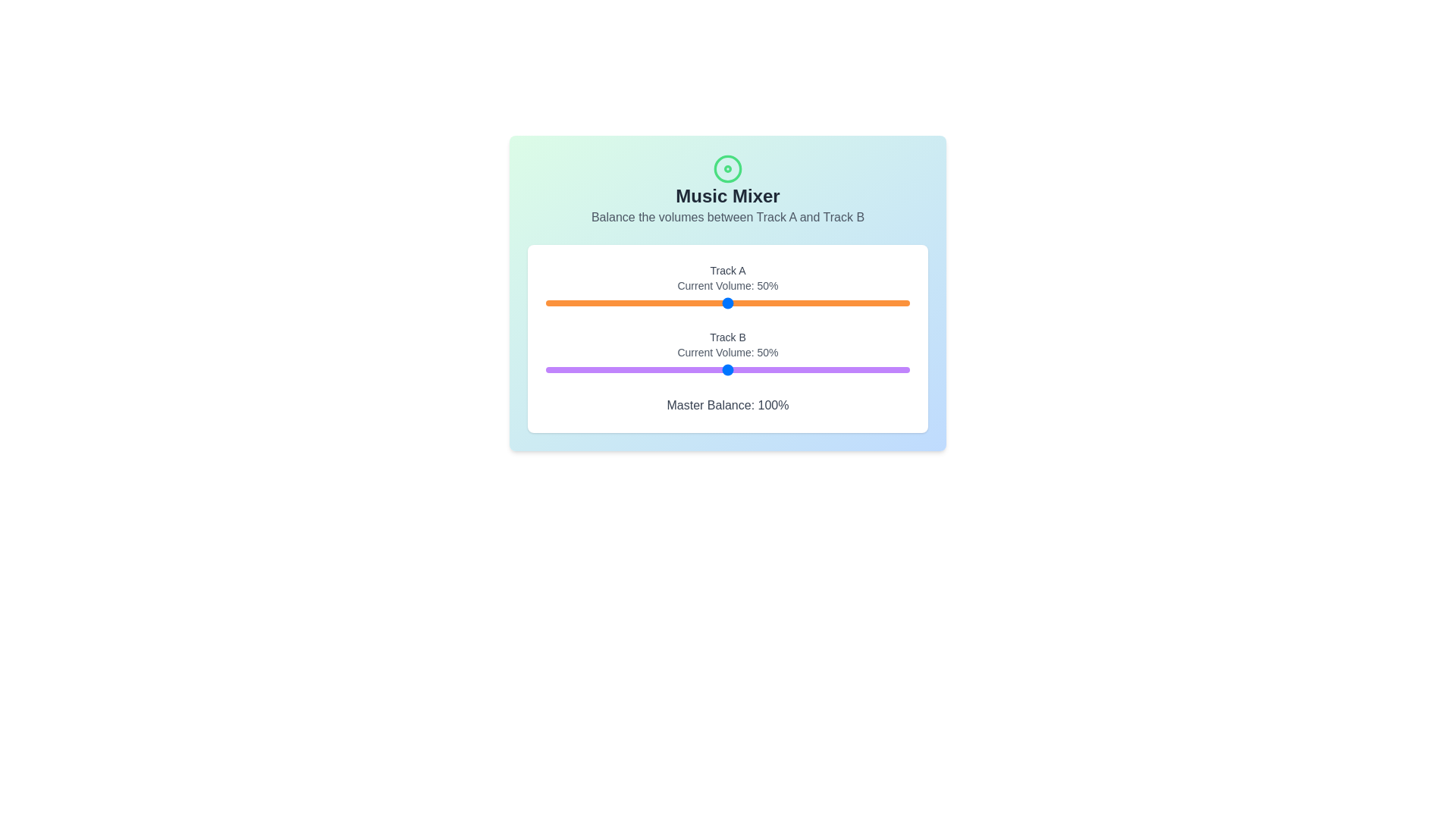  I want to click on the volume slider for Track B to 14%, so click(596, 370).